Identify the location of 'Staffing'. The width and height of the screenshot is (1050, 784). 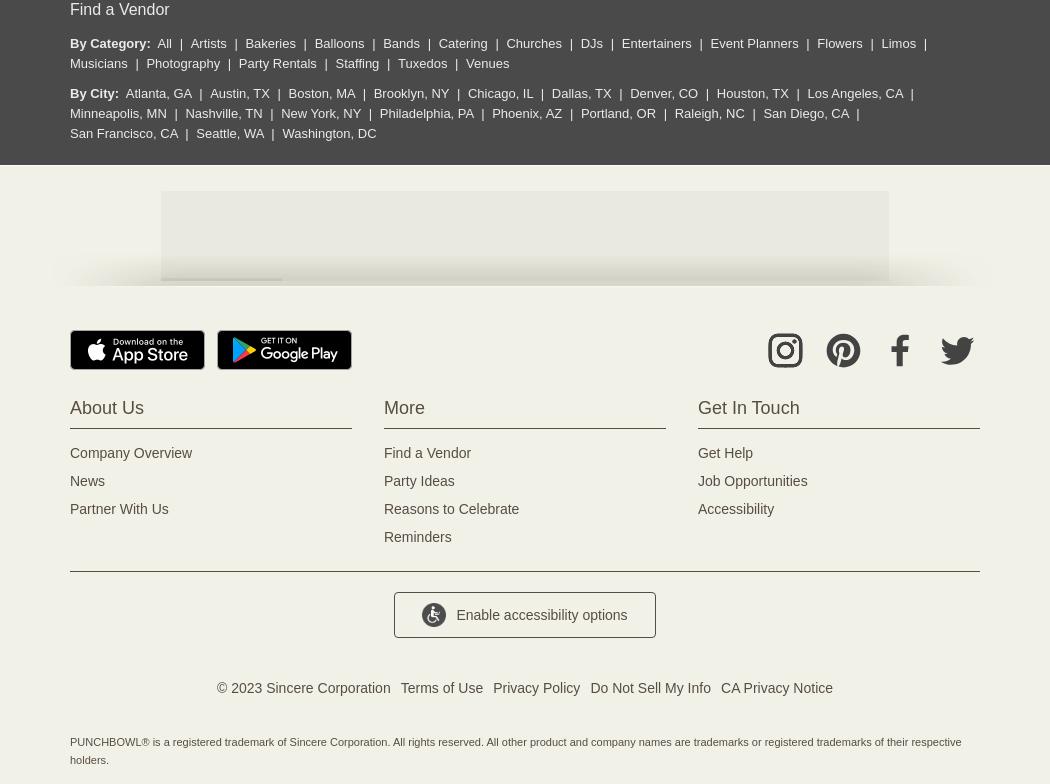
(356, 63).